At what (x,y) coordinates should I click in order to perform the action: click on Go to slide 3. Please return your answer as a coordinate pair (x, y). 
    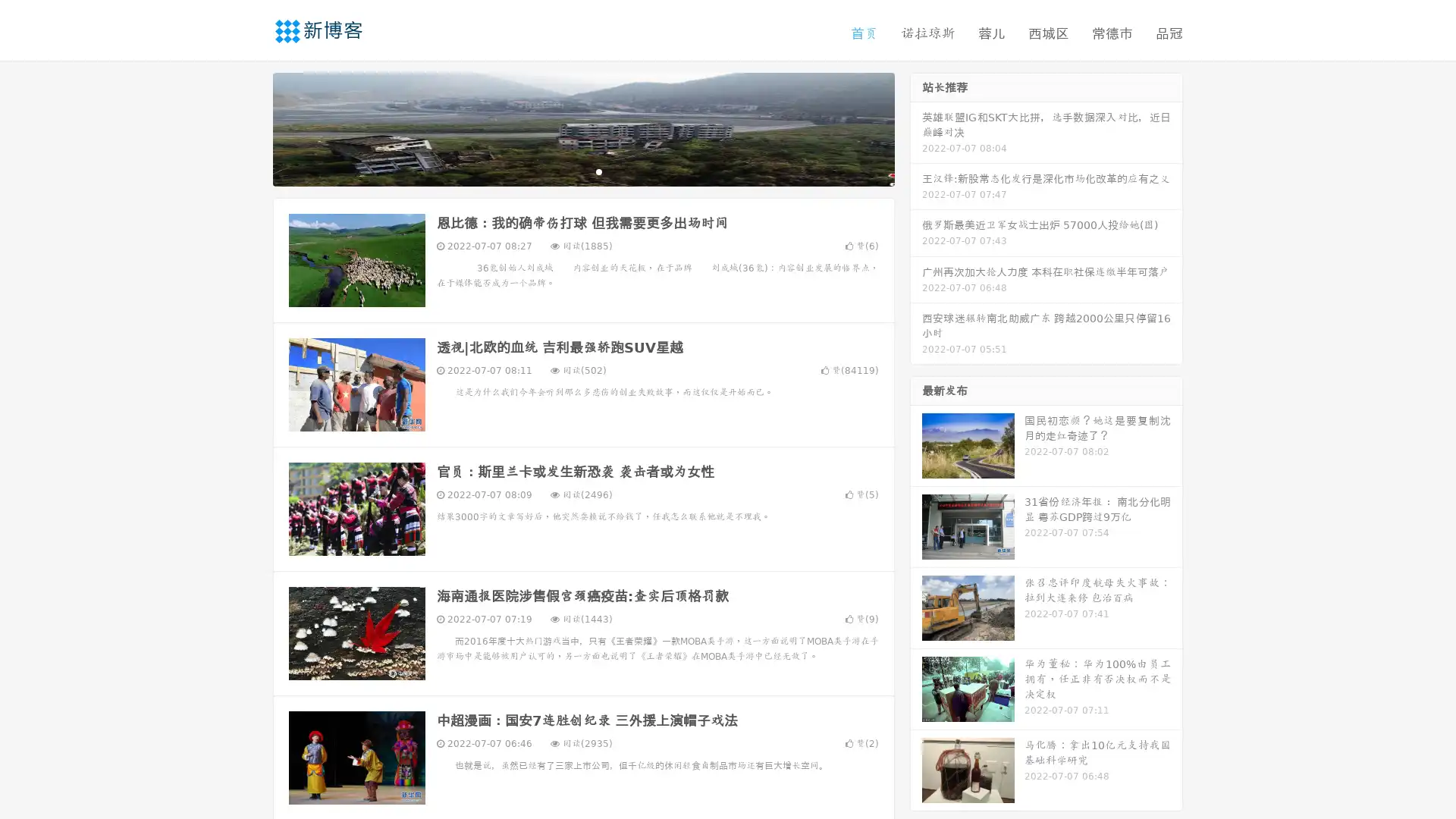
    Looking at the image, I should click on (598, 171).